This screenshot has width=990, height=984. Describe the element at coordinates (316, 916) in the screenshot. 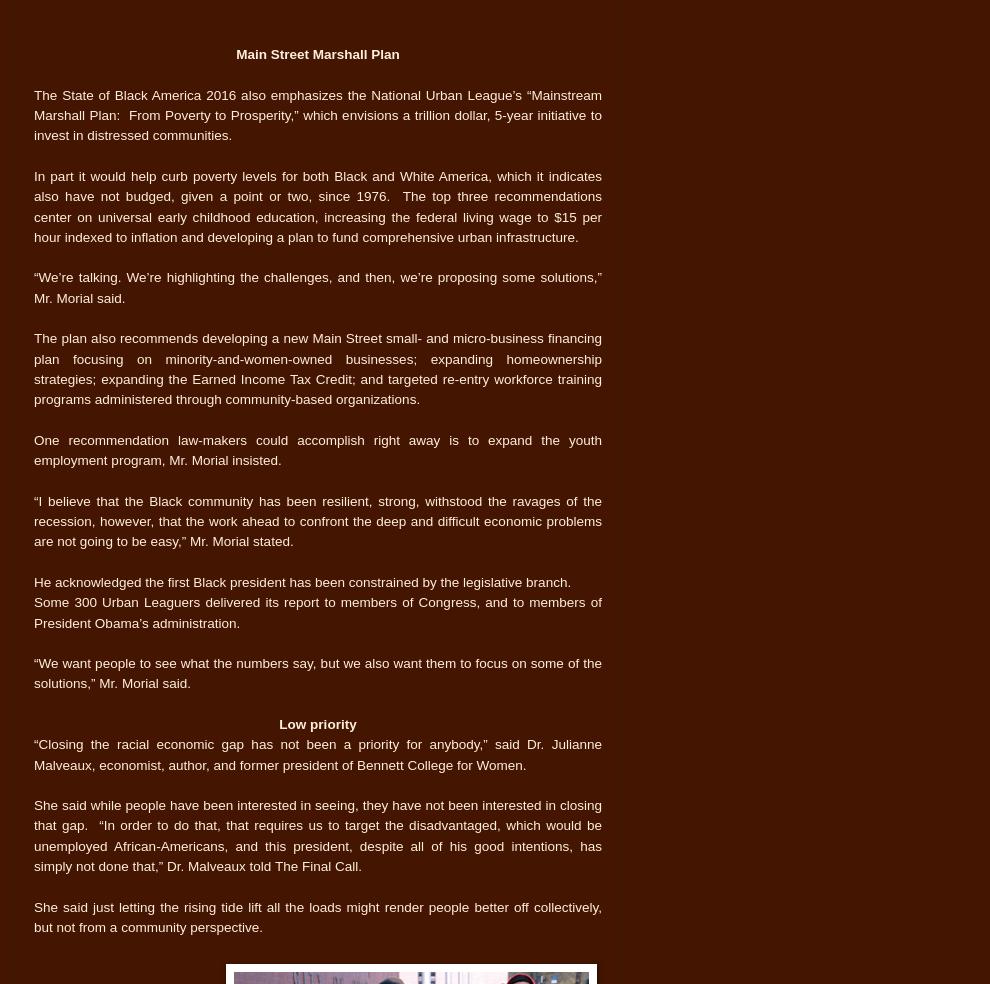

I see `'She said just letting the rising tide lift all the loads might render people better off collectively, but not from a community perspective.'` at that location.